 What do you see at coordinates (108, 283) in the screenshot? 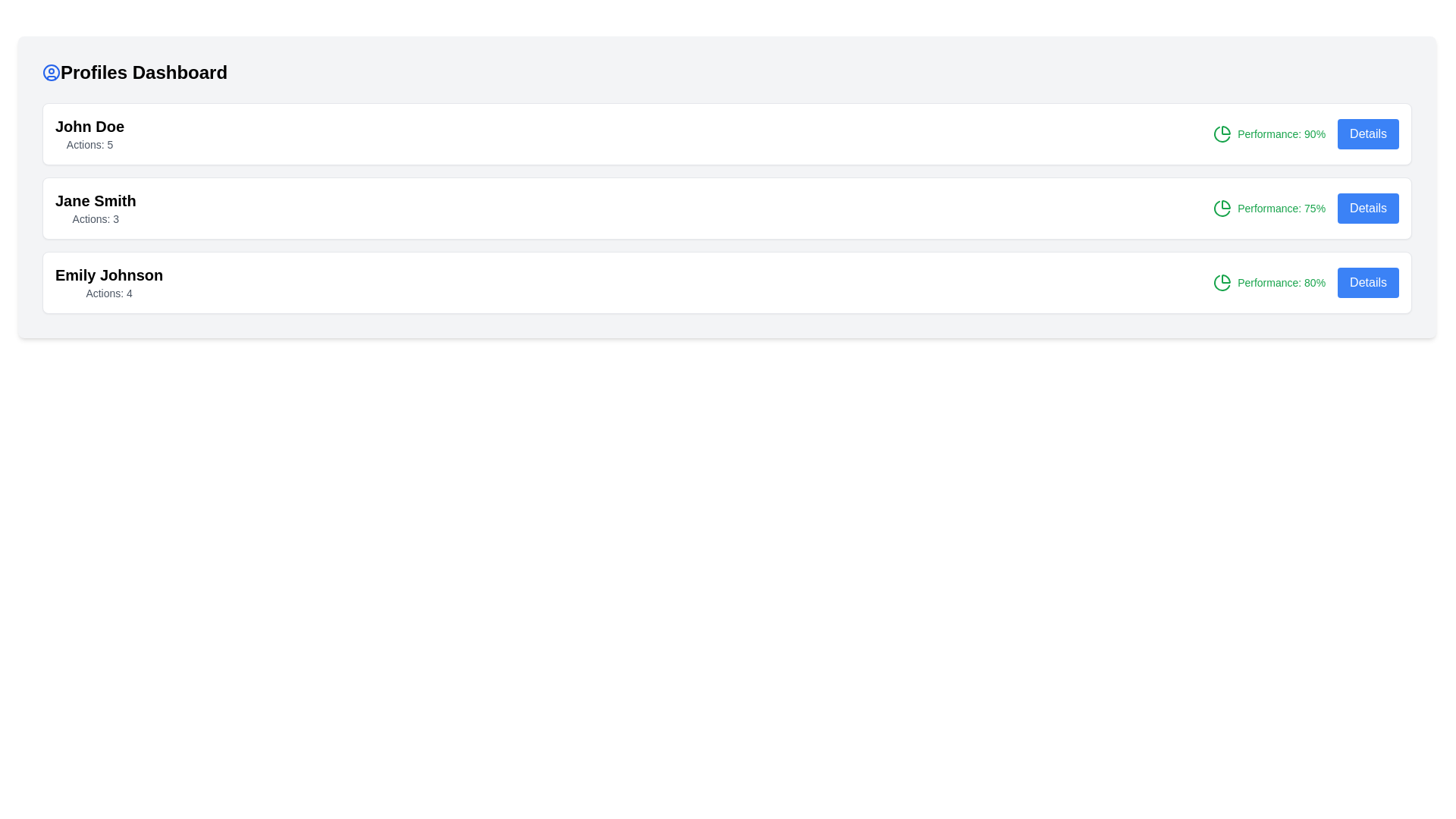
I see `the Text Display element that shows user information located in the third section of a vertical list of user profiles` at bounding box center [108, 283].